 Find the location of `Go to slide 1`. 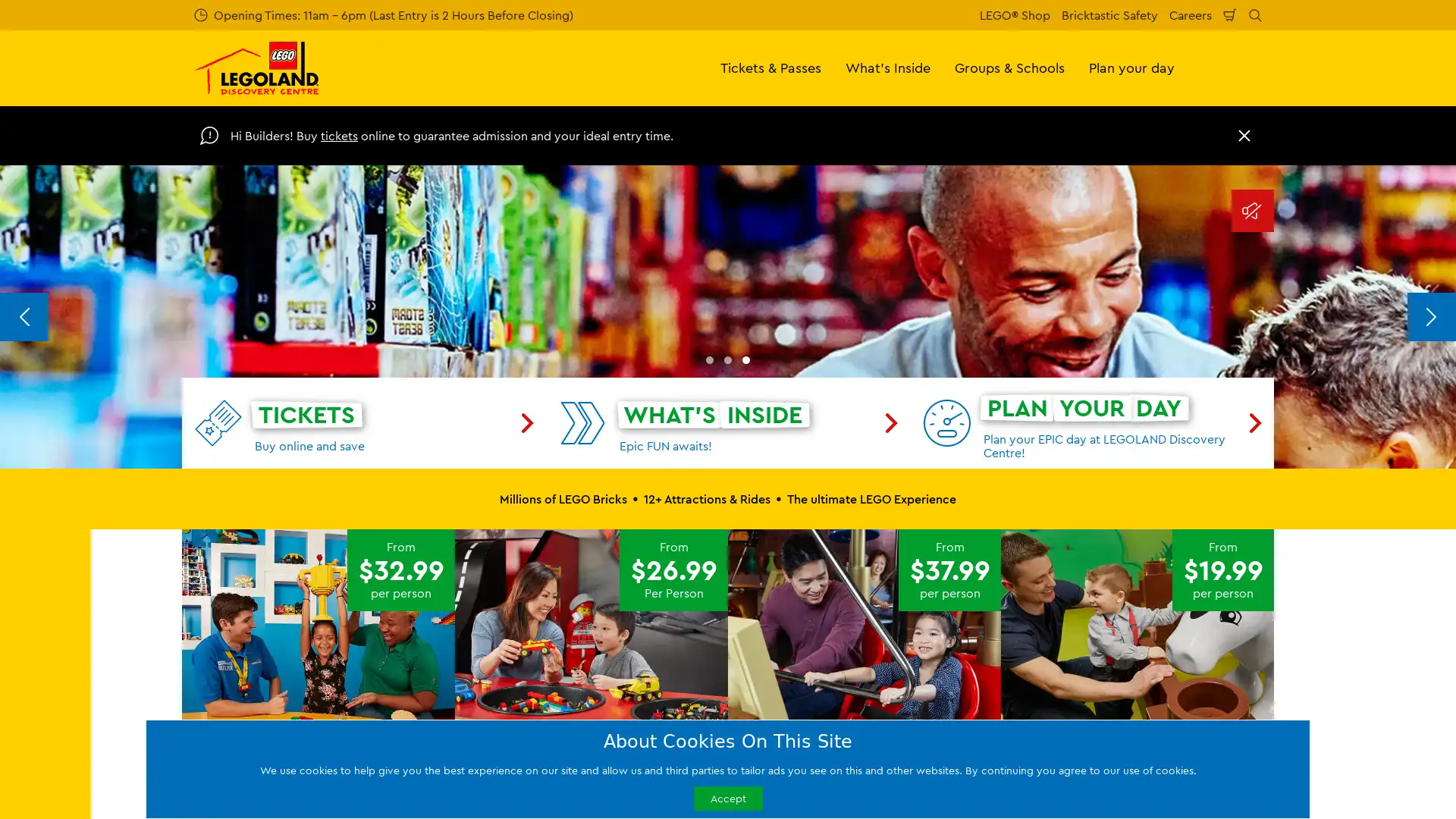

Go to slide 1 is located at coordinates (709, 646).